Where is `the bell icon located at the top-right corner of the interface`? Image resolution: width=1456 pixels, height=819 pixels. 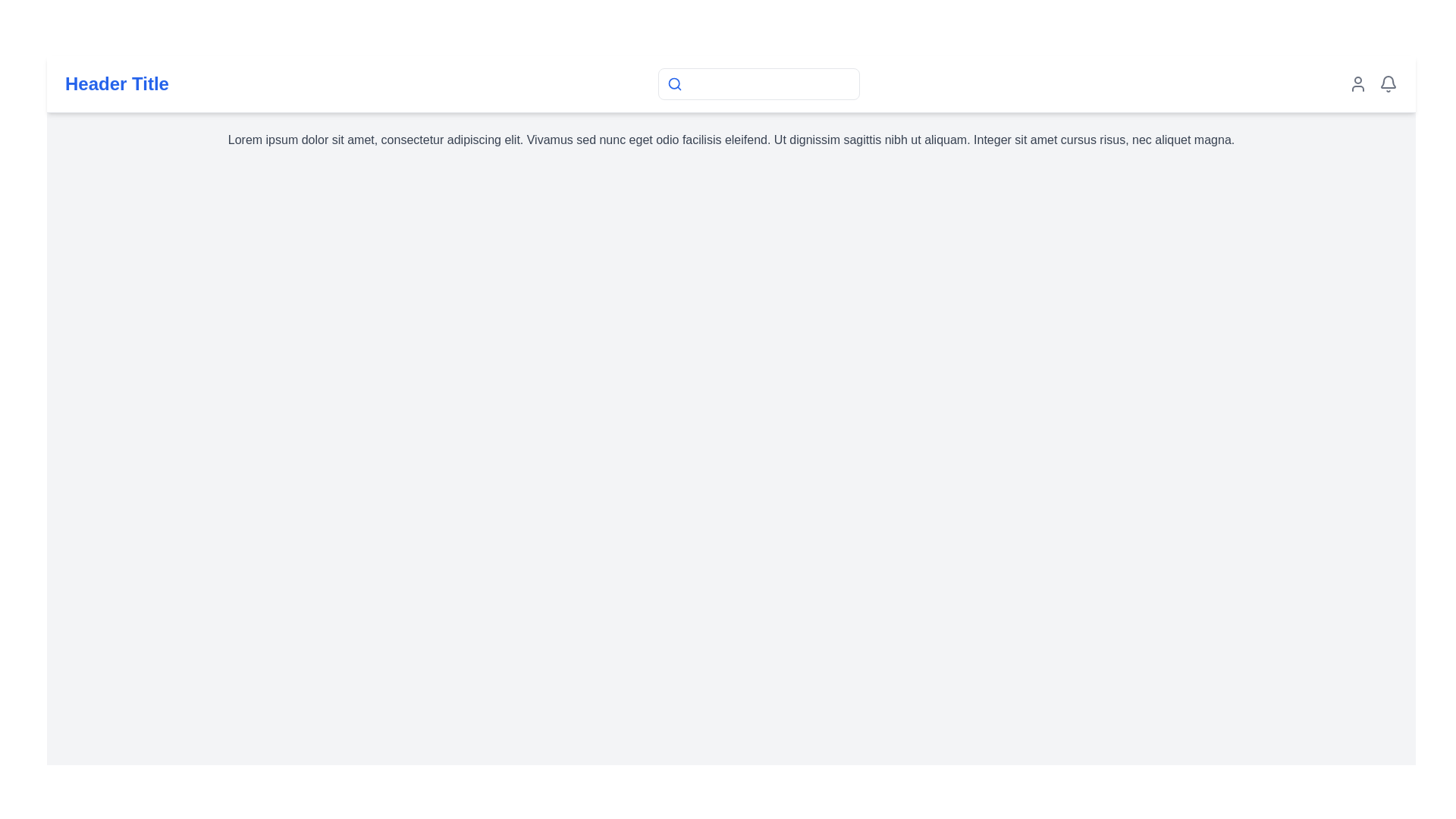 the bell icon located at the top-right corner of the interface is located at coordinates (1388, 82).